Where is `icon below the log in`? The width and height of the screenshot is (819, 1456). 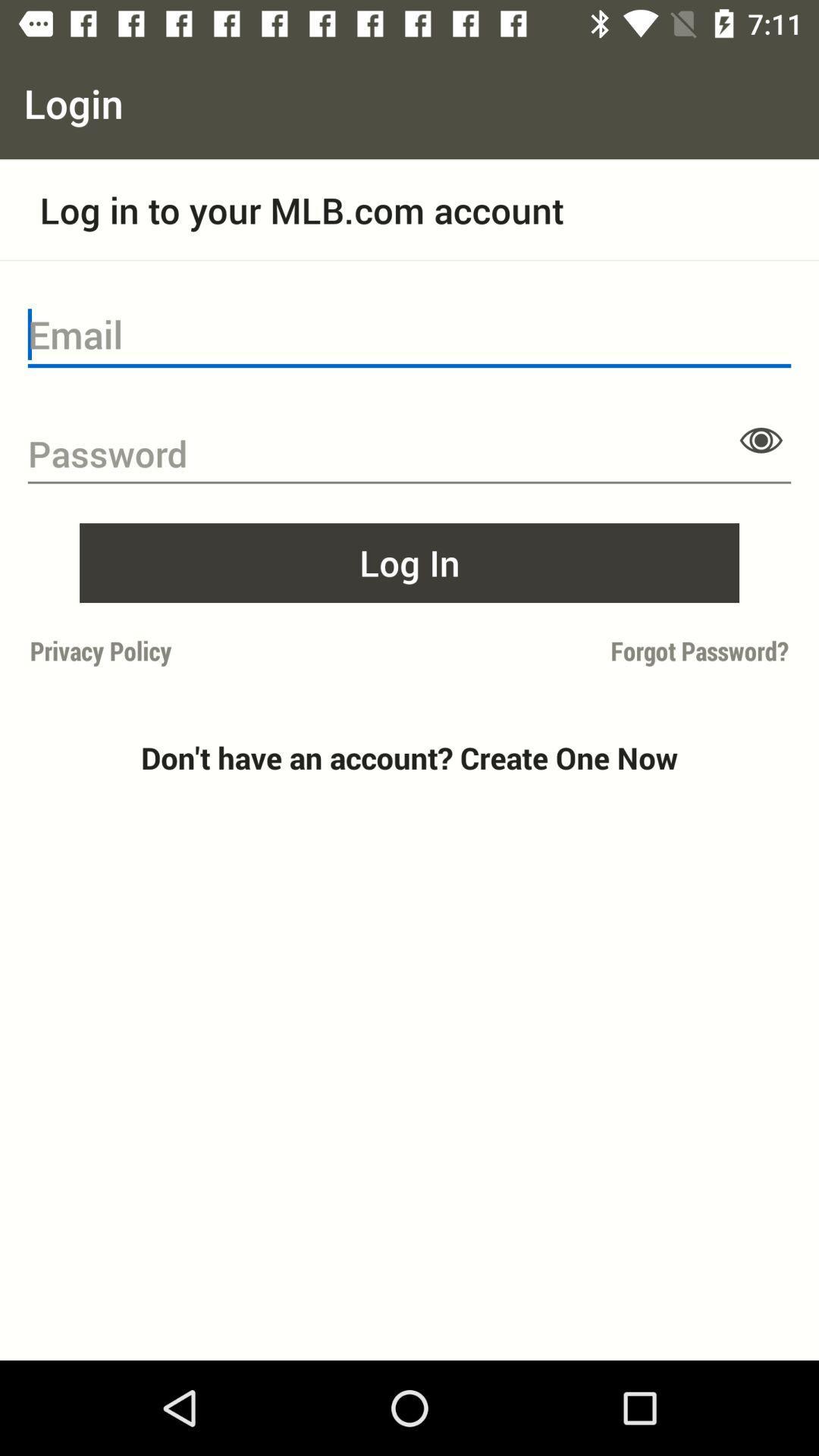
icon below the log in is located at coordinates (603, 651).